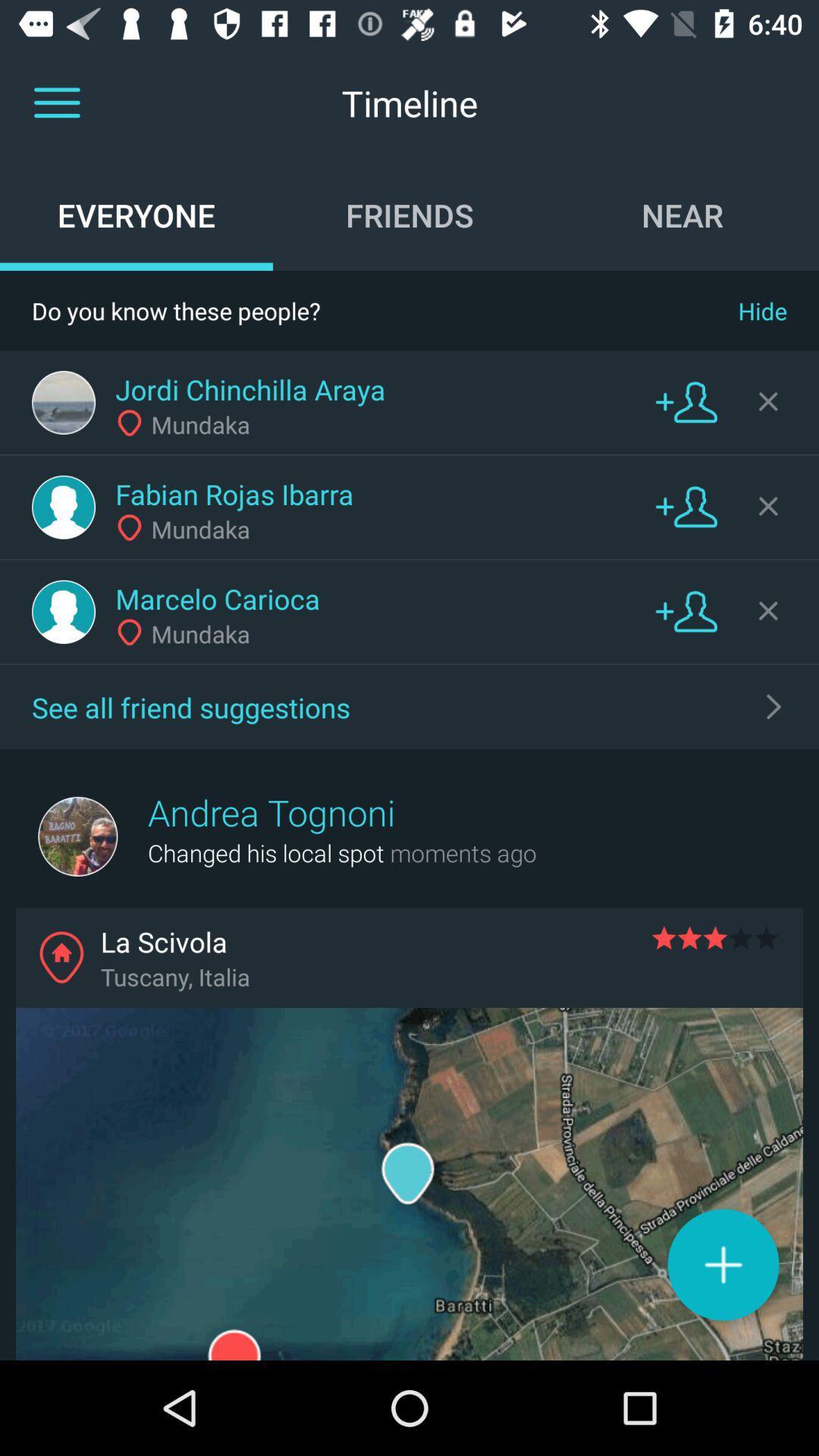 The height and width of the screenshot is (1456, 819). What do you see at coordinates (768, 610) in the screenshot?
I see `hide this contact` at bounding box center [768, 610].